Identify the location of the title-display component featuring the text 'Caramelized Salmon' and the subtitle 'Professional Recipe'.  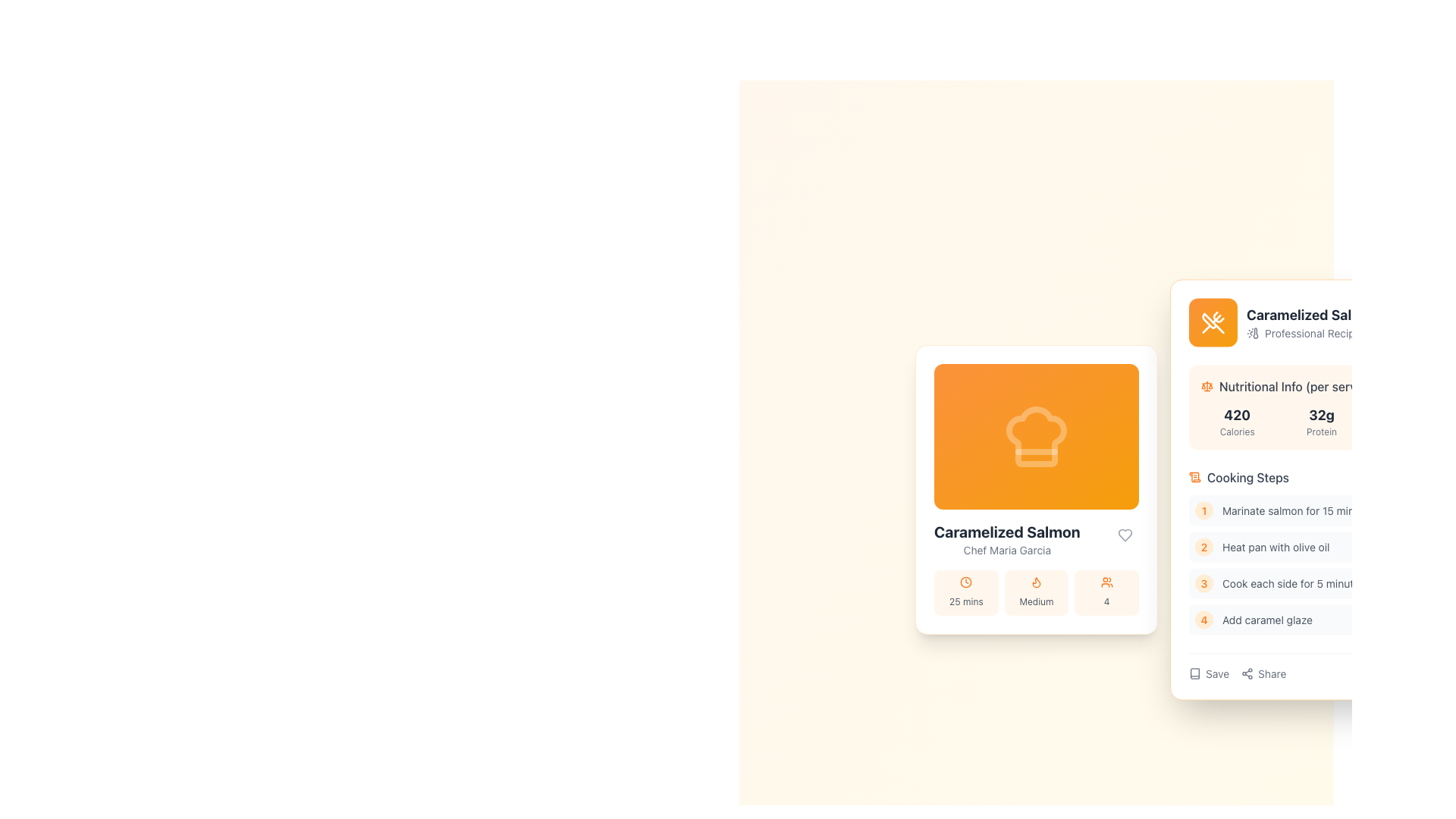
(1320, 321).